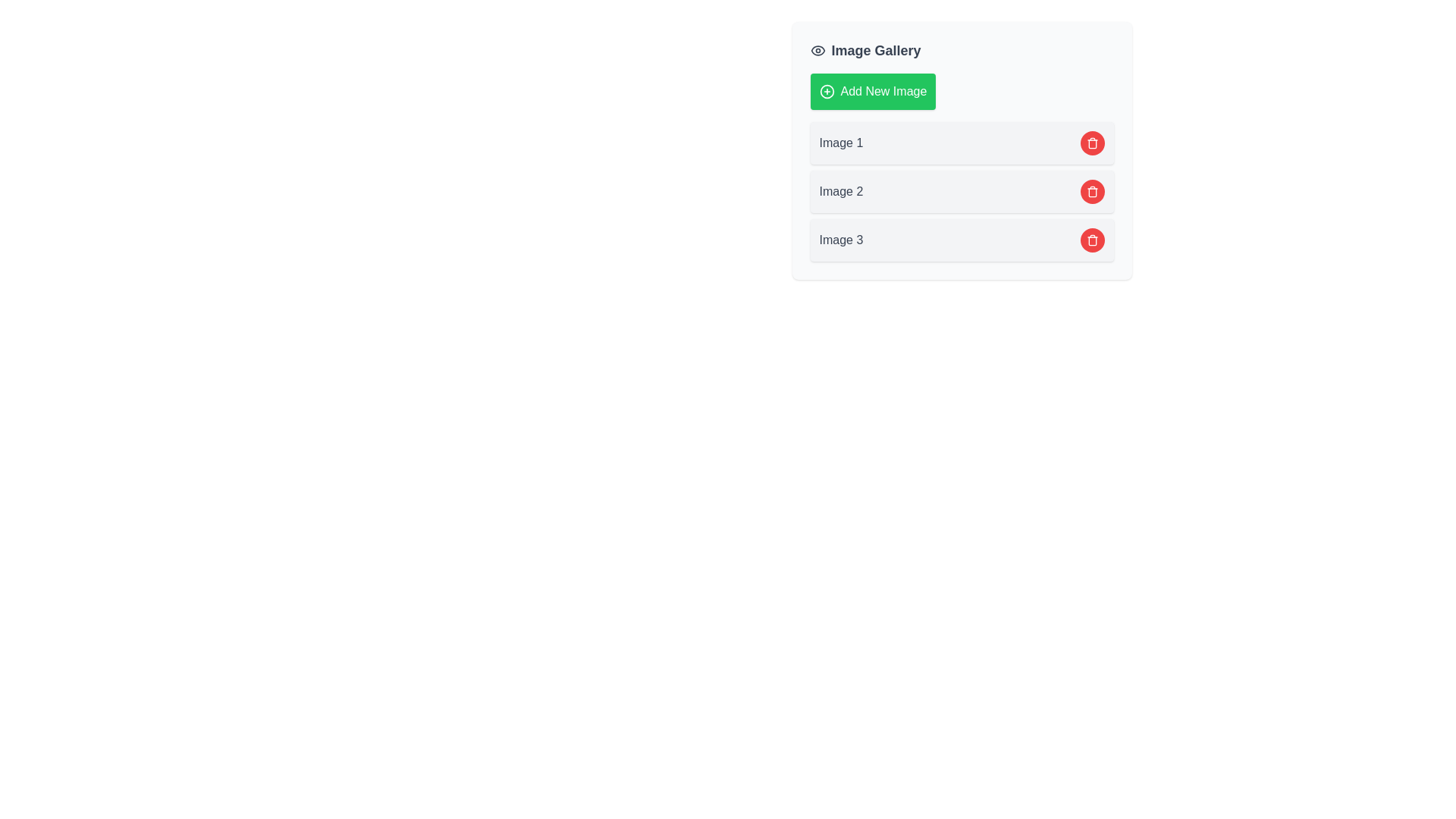 The width and height of the screenshot is (1456, 819). Describe the element at coordinates (840, 143) in the screenshot. I see `the text label displaying 'Image 1'` at that location.